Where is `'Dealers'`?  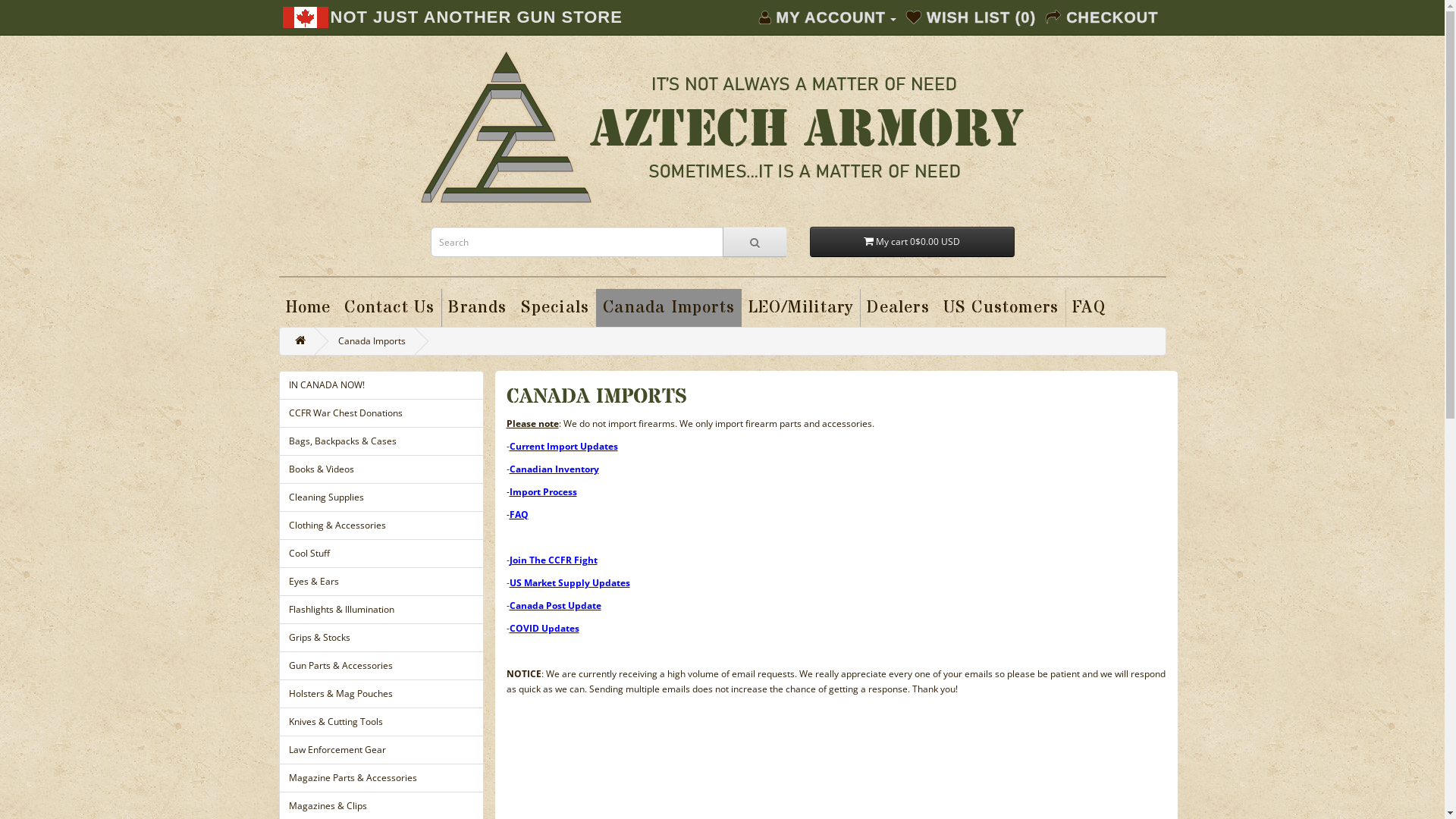 'Dealers' is located at coordinates (898, 307).